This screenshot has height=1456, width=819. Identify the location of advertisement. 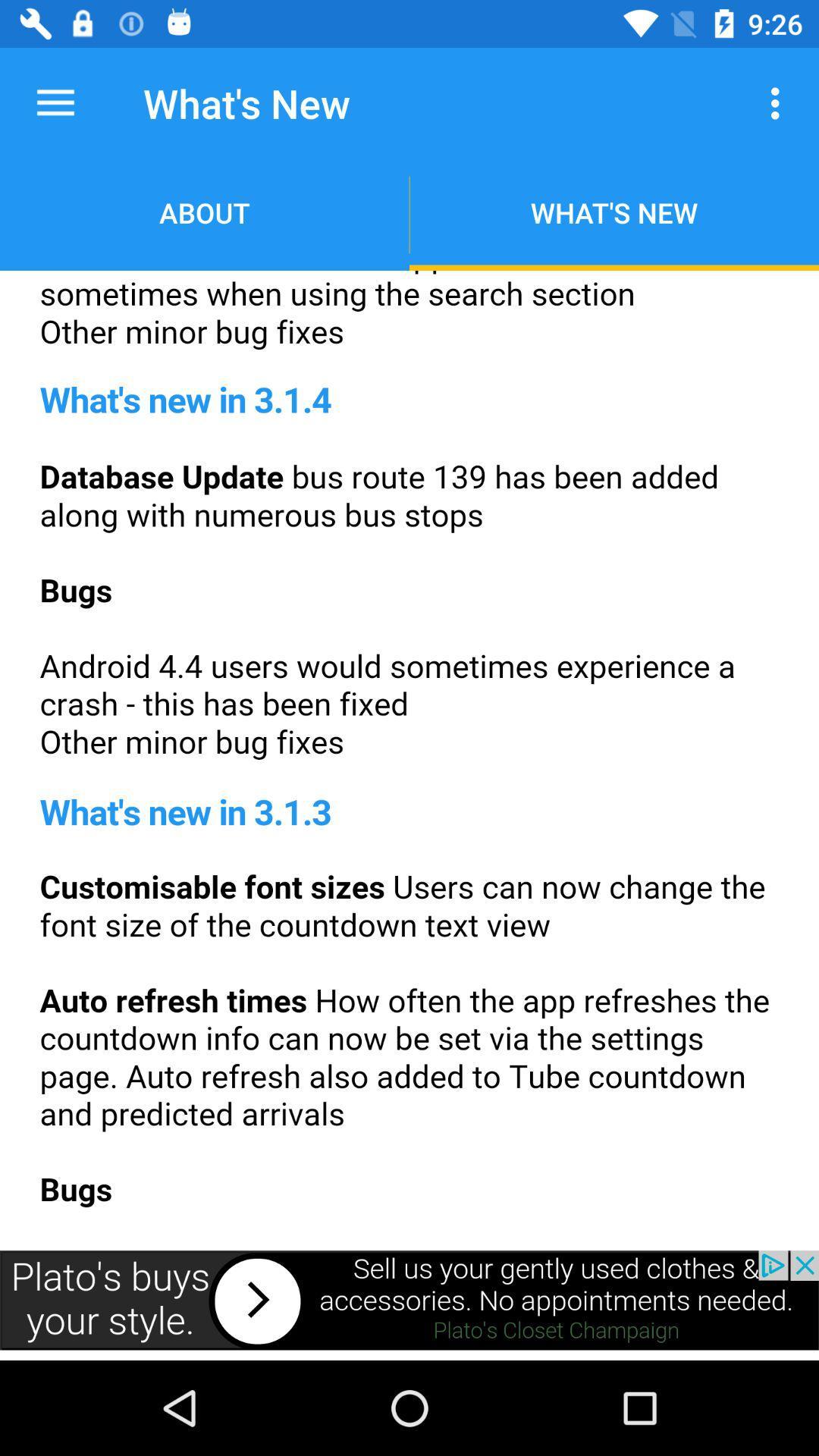
(409, 755).